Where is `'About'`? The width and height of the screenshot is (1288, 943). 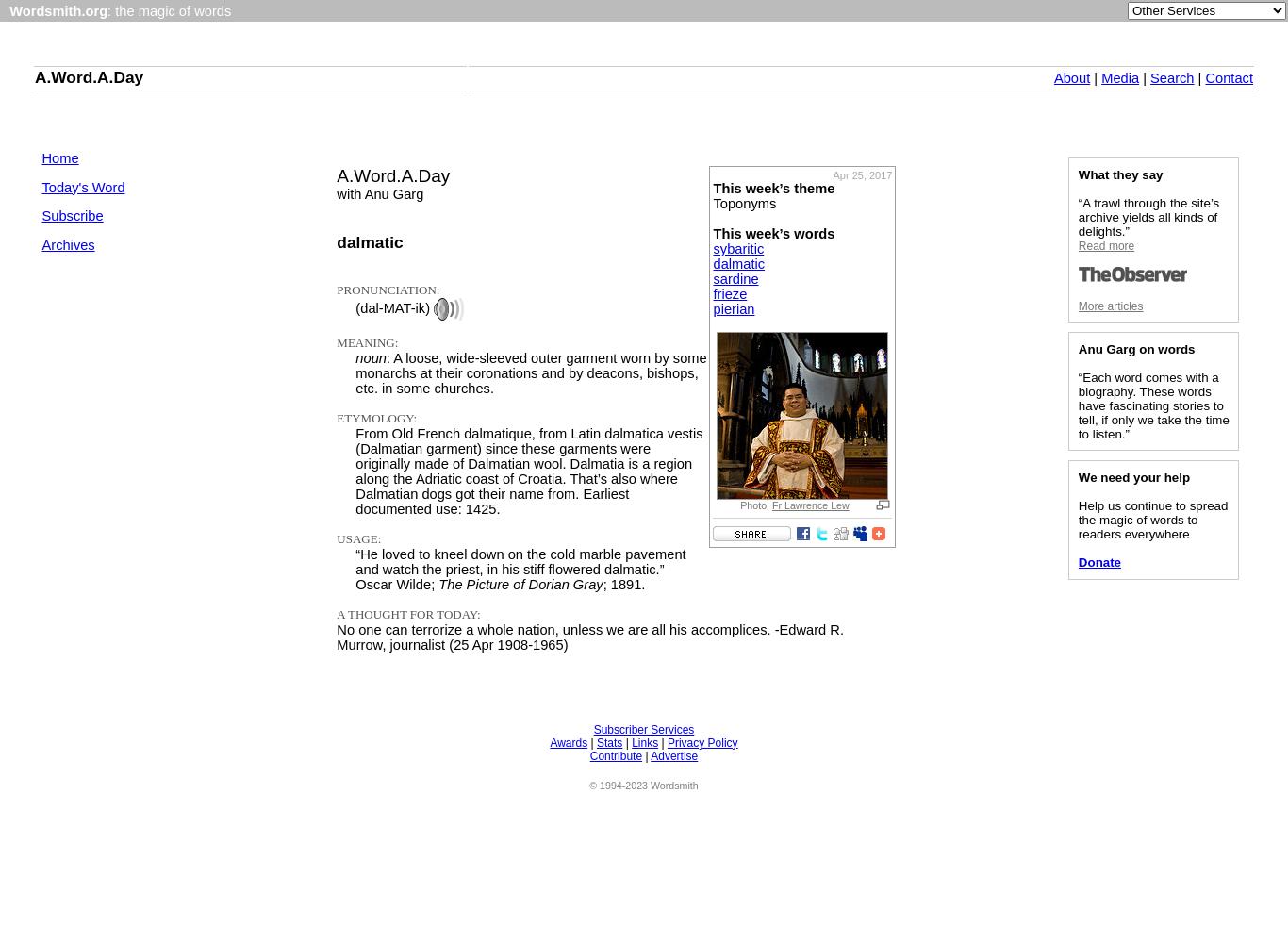 'About' is located at coordinates (1070, 77).